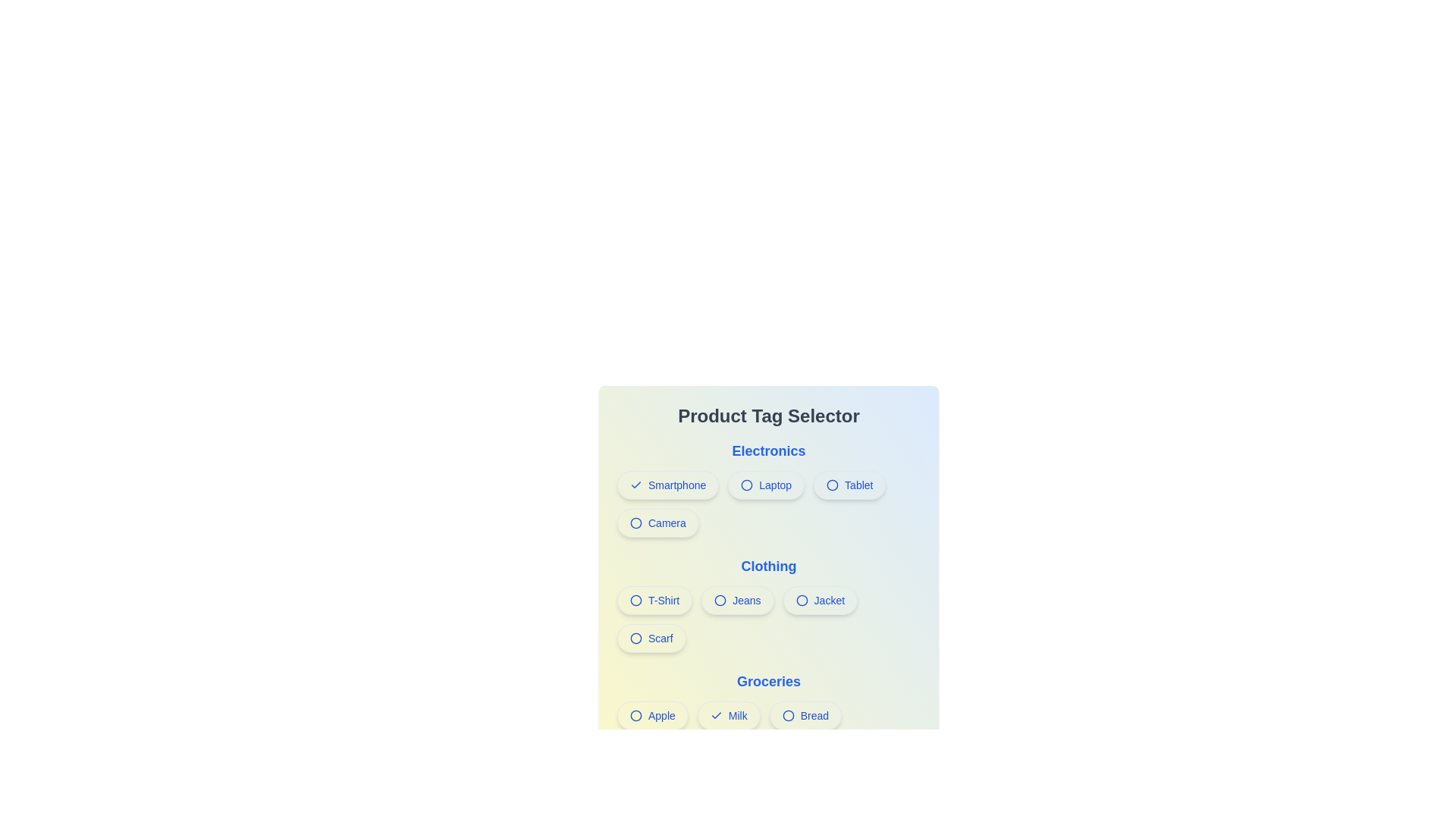 This screenshot has height=819, width=1456. Describe the element at coordinates (768, 733) in the screenshot. I see `the 'Milk' button in the Button Group located beneath the 'Groceries' section` at that location.